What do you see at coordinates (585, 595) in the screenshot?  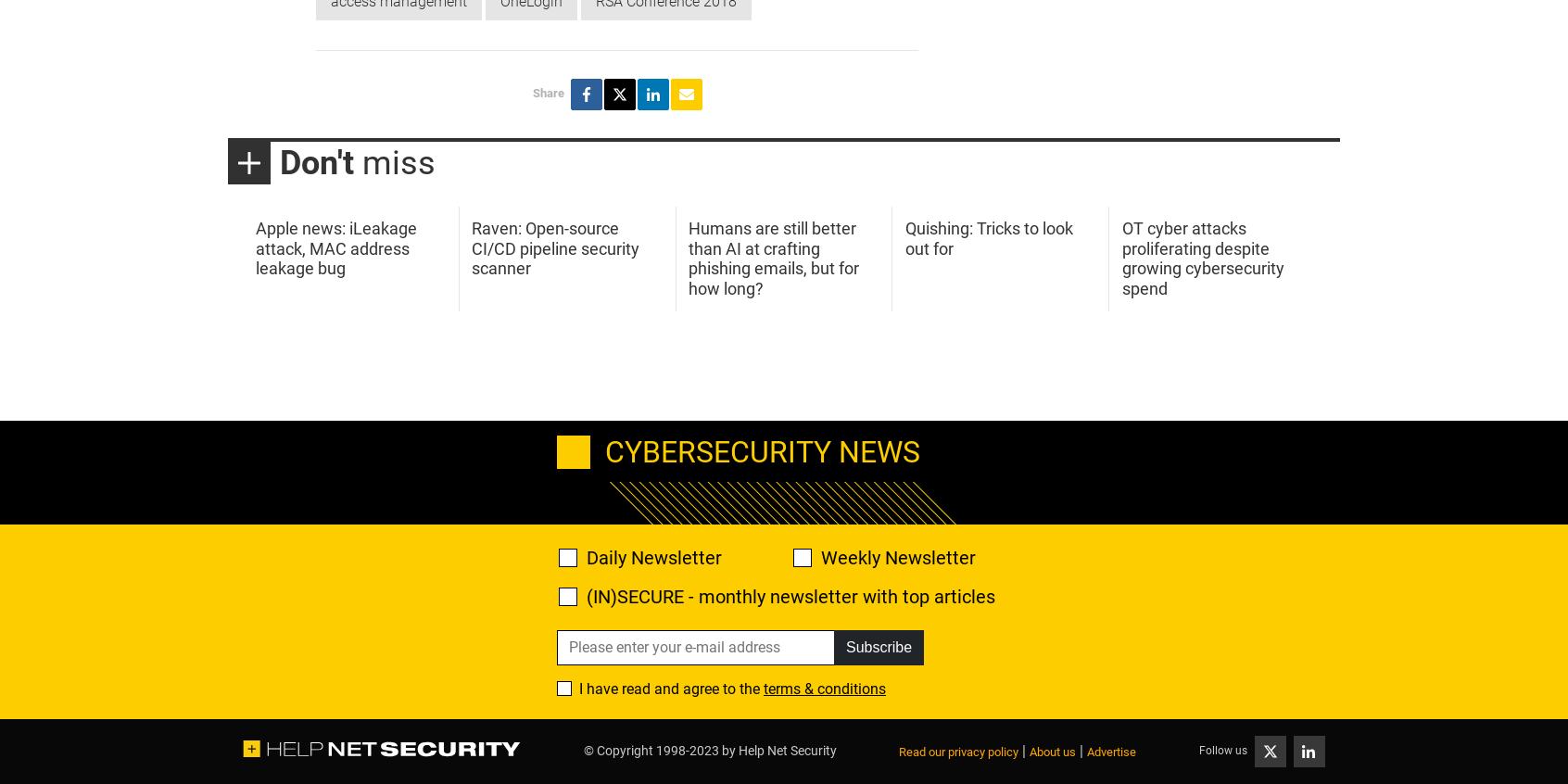 I see `'(IN)SECURE - monthly newsletter with top articles'` at bounding box center [585, 595].